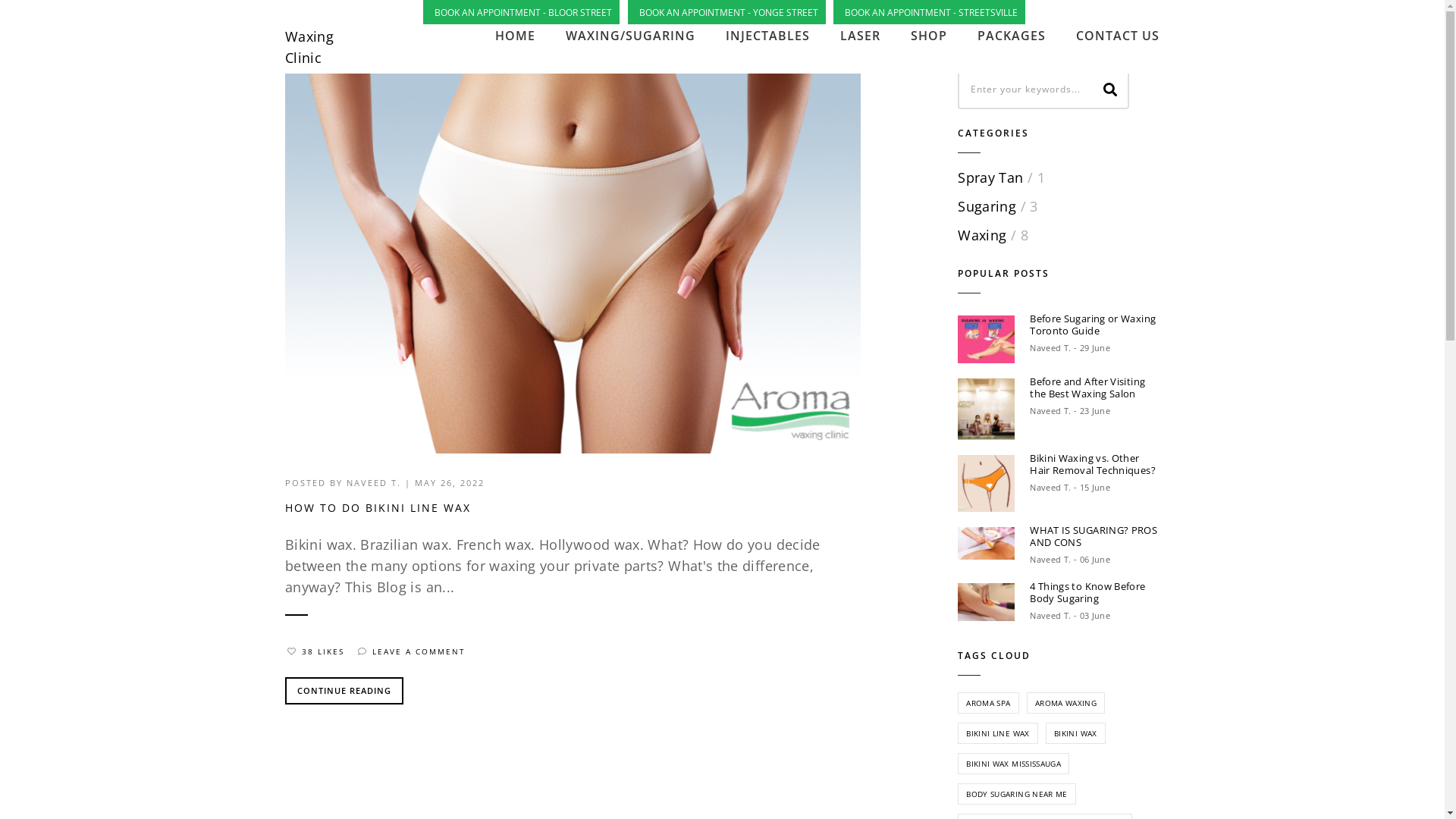 The height and width of the screenshot is (819, 1456). What do you see at coordinates (986, 338) in the screenshot?
I see `'sugaring VS waxing'` at bounding box center [986, 338].